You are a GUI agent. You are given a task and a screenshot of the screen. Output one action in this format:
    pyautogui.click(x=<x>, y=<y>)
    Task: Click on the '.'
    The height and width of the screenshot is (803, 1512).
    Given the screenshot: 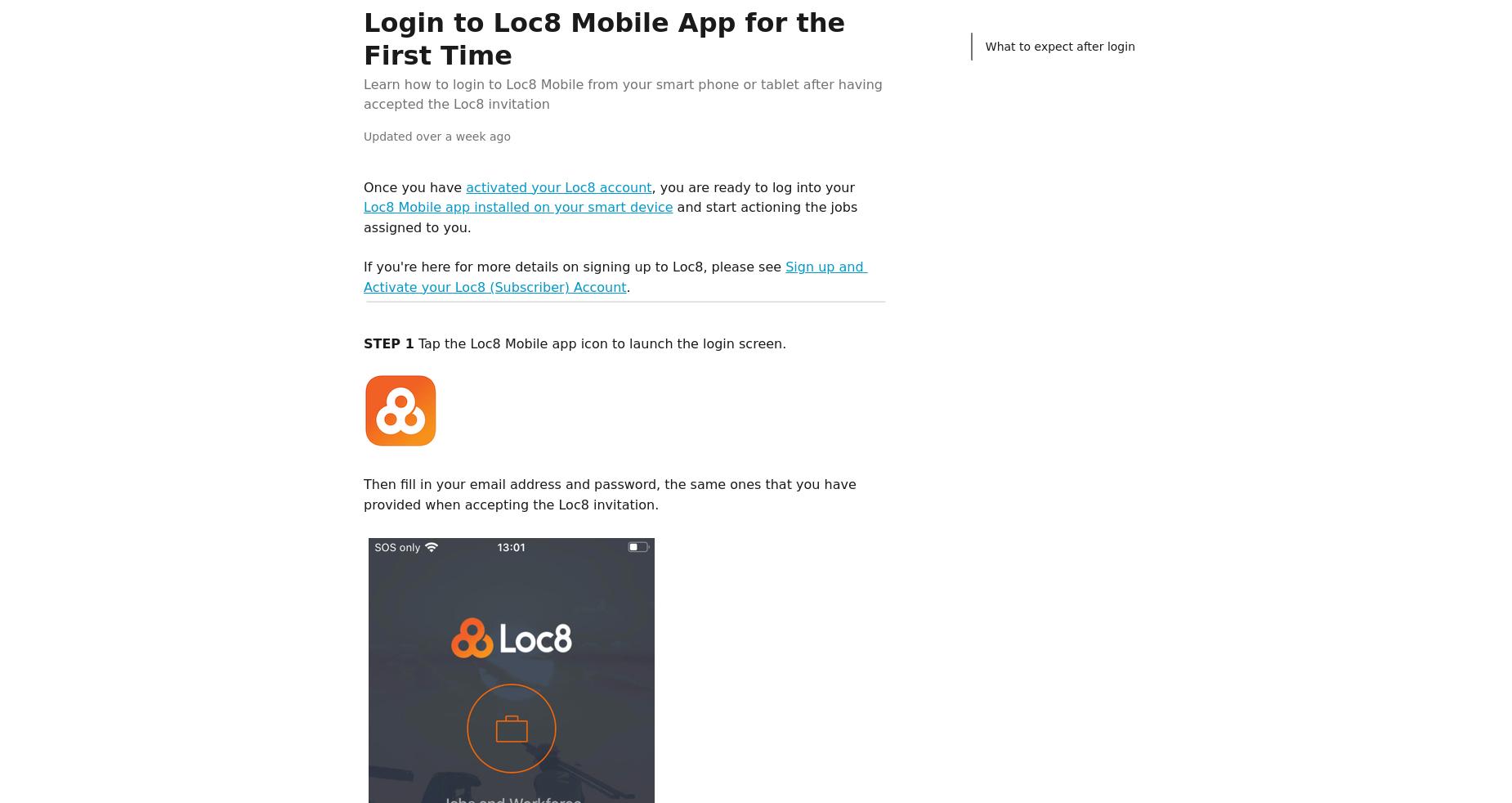 What is the action you would take?
    pyautogui.click(x=628, y=286)
    